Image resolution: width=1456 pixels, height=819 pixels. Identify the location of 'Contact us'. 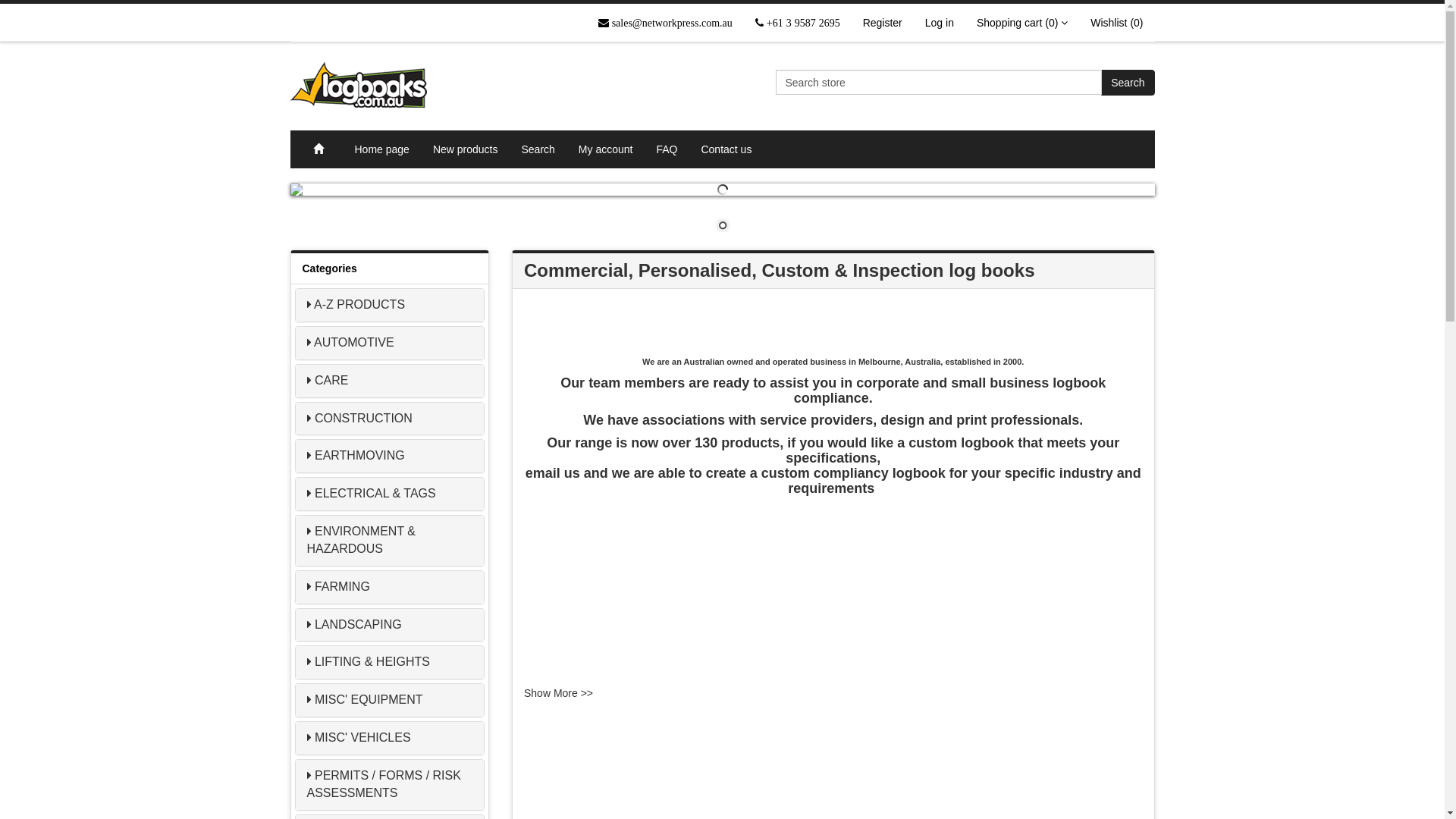
(688, 149).